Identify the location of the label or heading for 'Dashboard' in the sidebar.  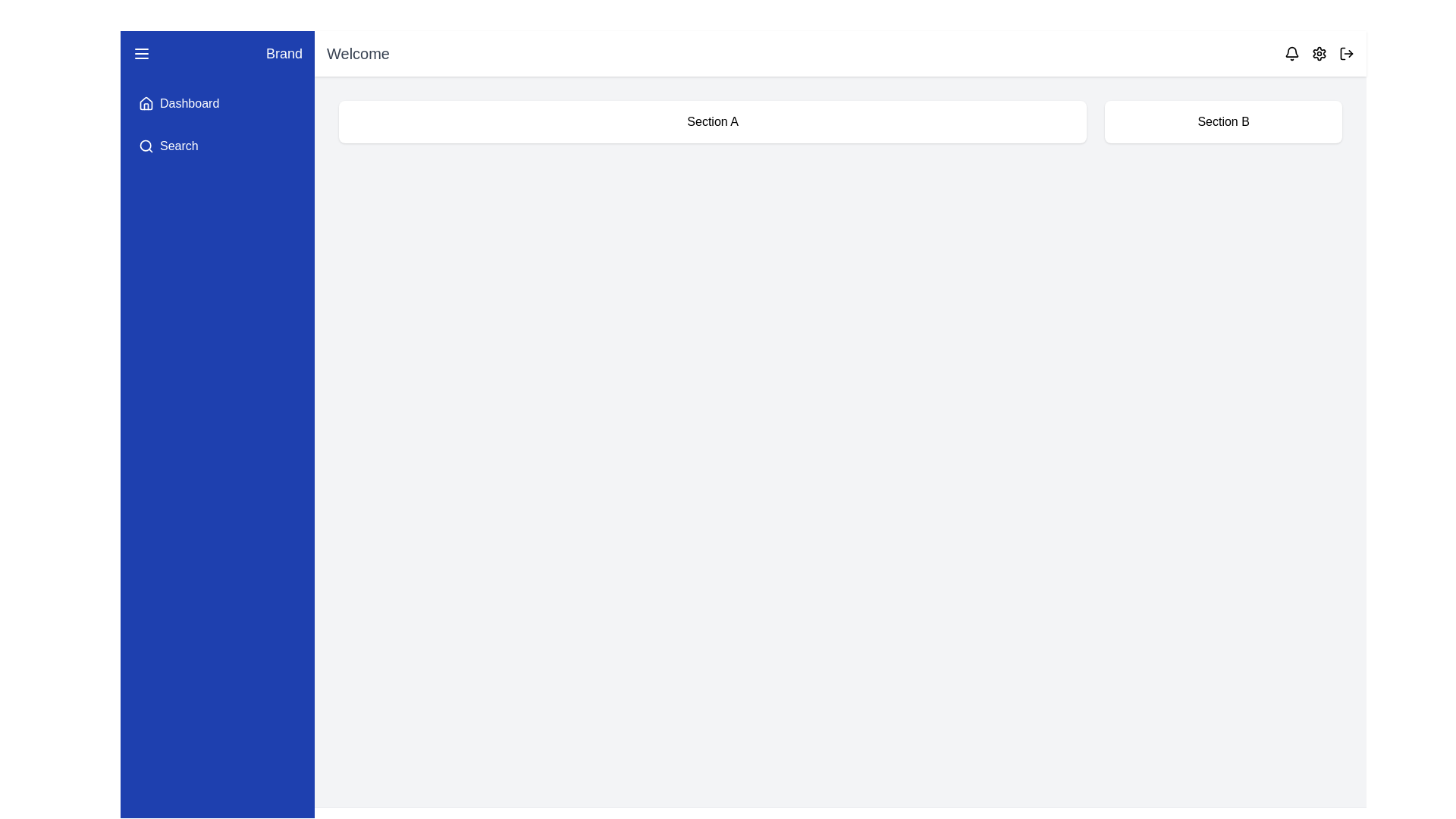
(217, 124).